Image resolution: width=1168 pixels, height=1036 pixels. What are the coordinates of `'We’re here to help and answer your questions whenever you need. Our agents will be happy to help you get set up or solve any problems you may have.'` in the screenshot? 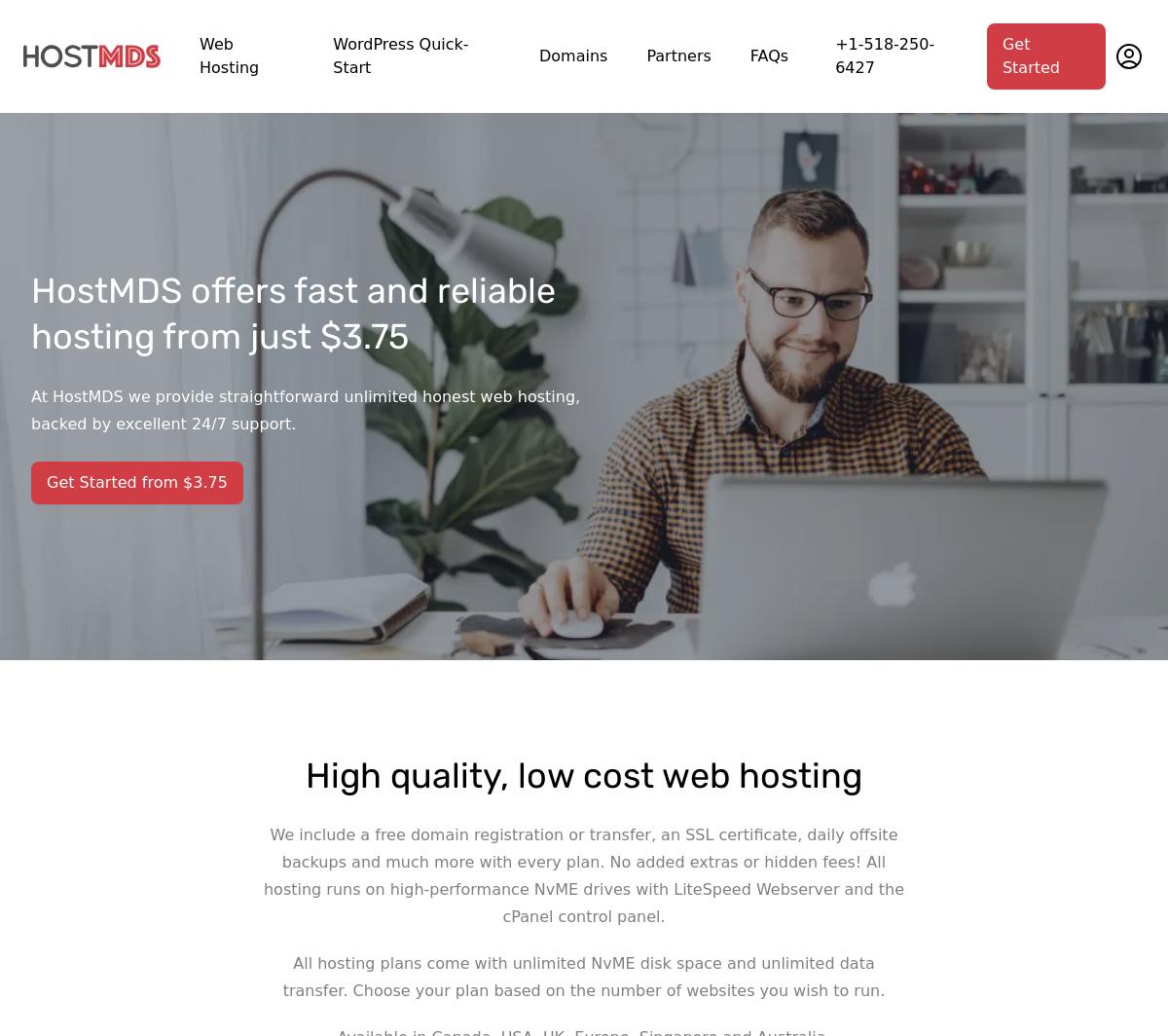 It's located at (963, 320).